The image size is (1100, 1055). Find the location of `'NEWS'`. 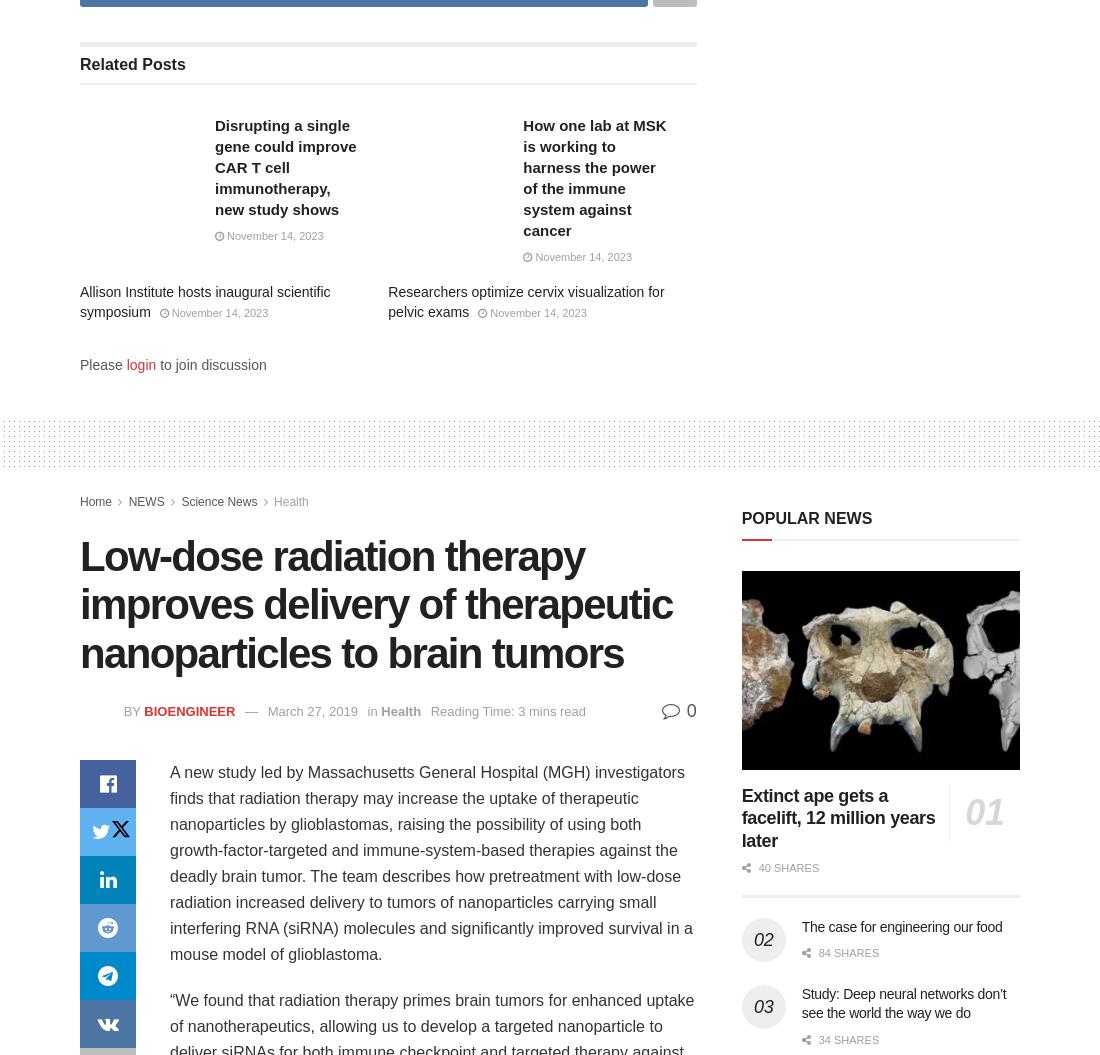

'NEWS' is located at coordinates (144, 501).